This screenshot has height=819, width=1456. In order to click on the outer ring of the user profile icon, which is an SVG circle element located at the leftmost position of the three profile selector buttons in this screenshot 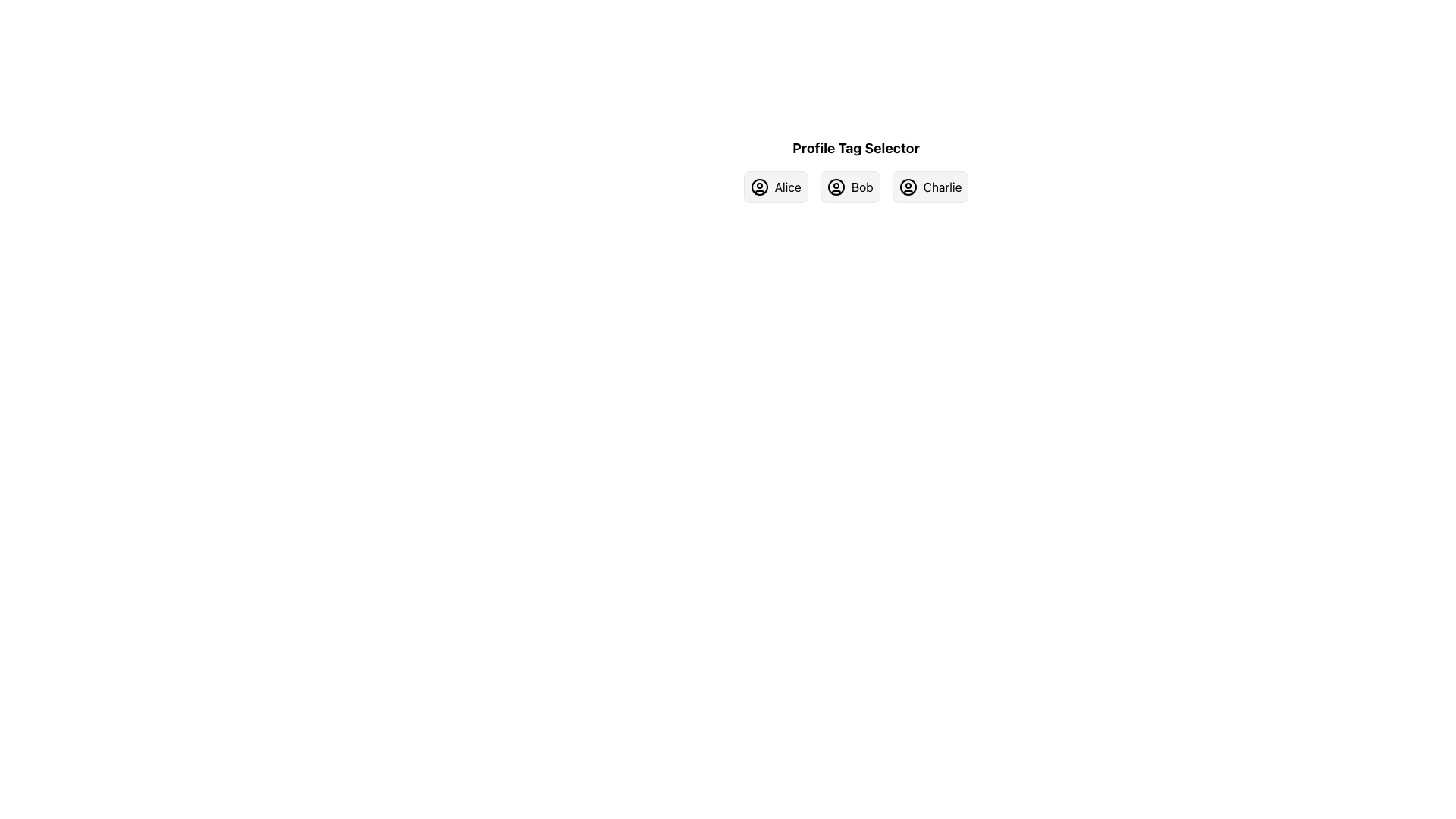, I will do `click(759, 186)`.